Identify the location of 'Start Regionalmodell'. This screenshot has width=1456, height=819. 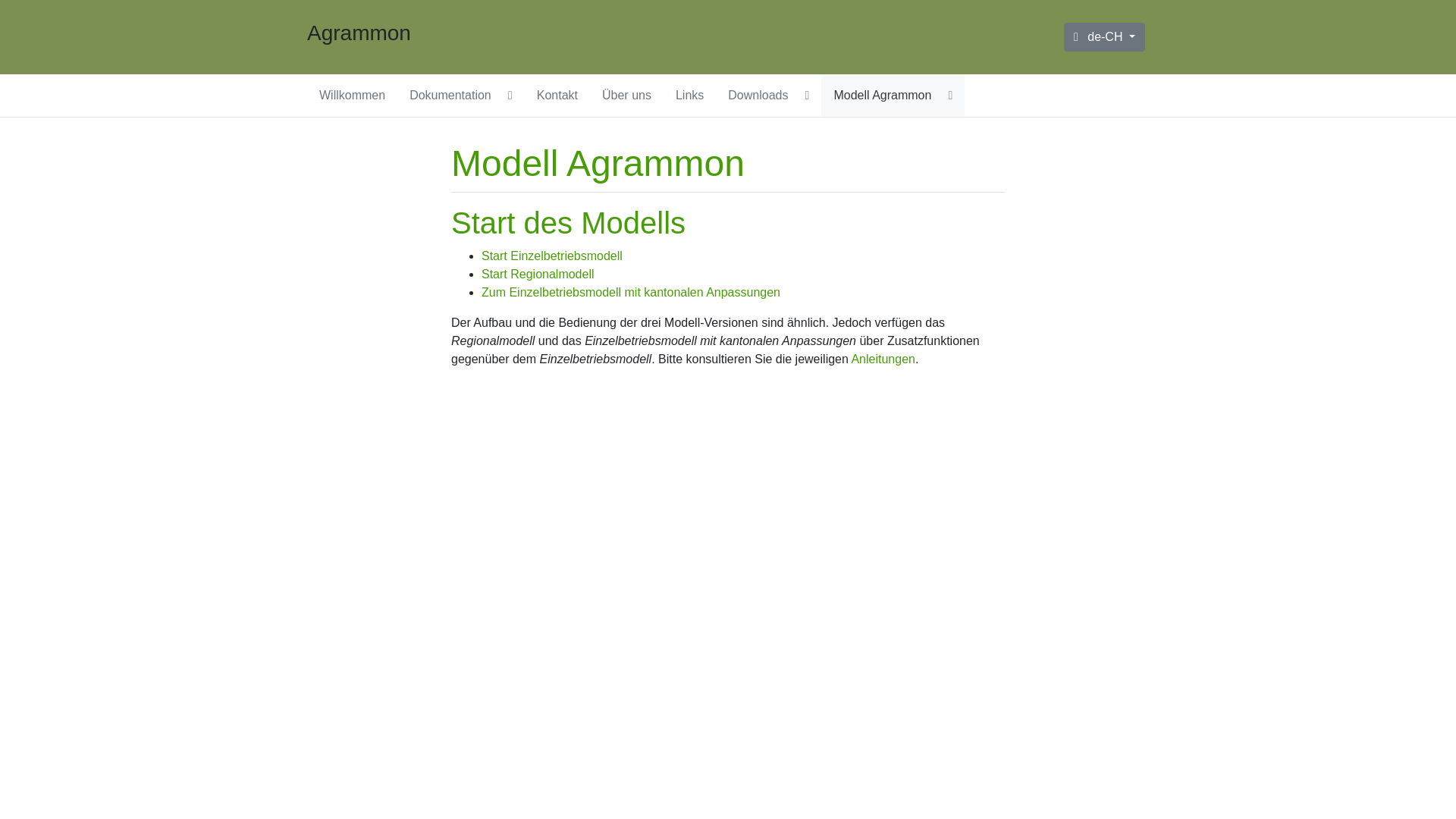
(538, 274).